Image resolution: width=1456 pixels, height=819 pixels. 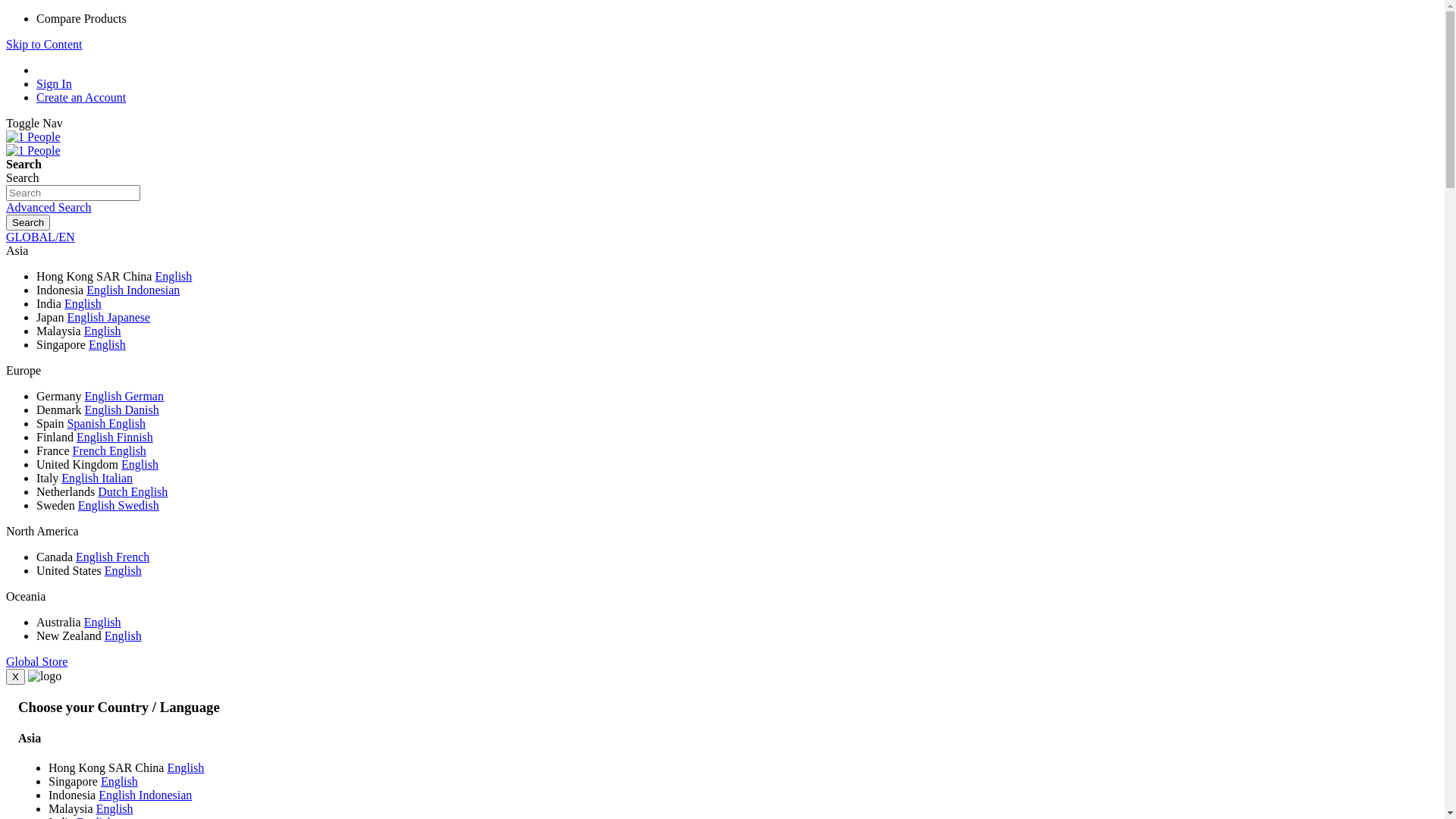 What do you see at coordinates (36, 661) in the screenshot?
I see `'Global Store'` at bounding box center [36, 661].